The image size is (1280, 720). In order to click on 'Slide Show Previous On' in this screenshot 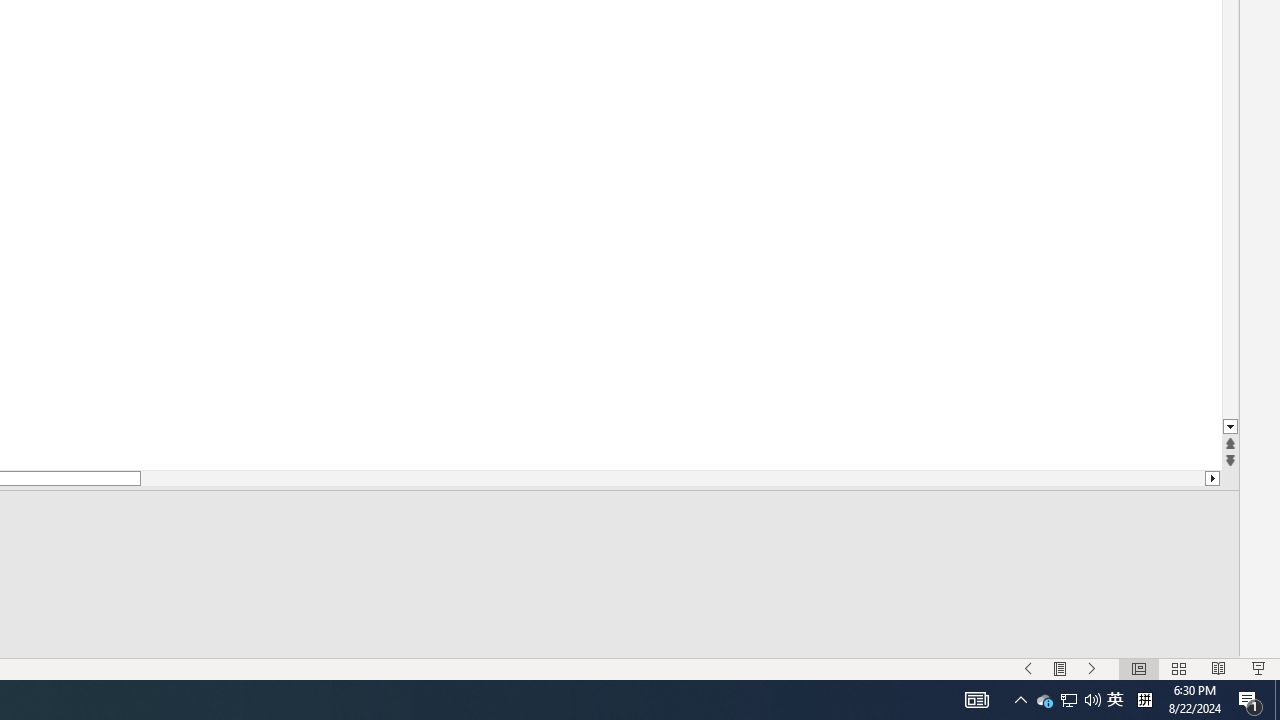, I will do `click(1028, 669)`.